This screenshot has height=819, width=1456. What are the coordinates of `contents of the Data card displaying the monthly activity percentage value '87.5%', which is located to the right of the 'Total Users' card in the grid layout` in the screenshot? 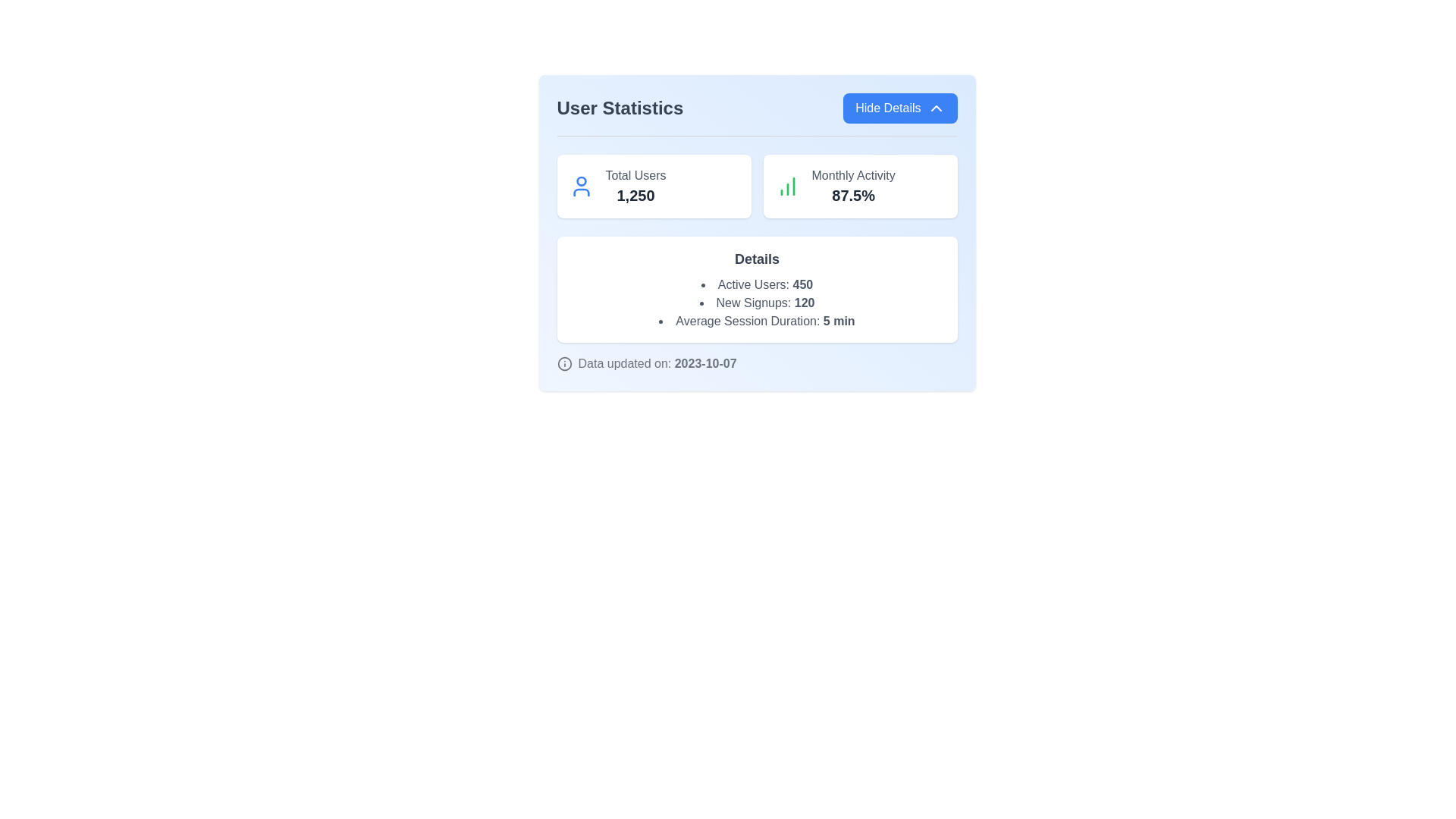 It's located at (860, 186).